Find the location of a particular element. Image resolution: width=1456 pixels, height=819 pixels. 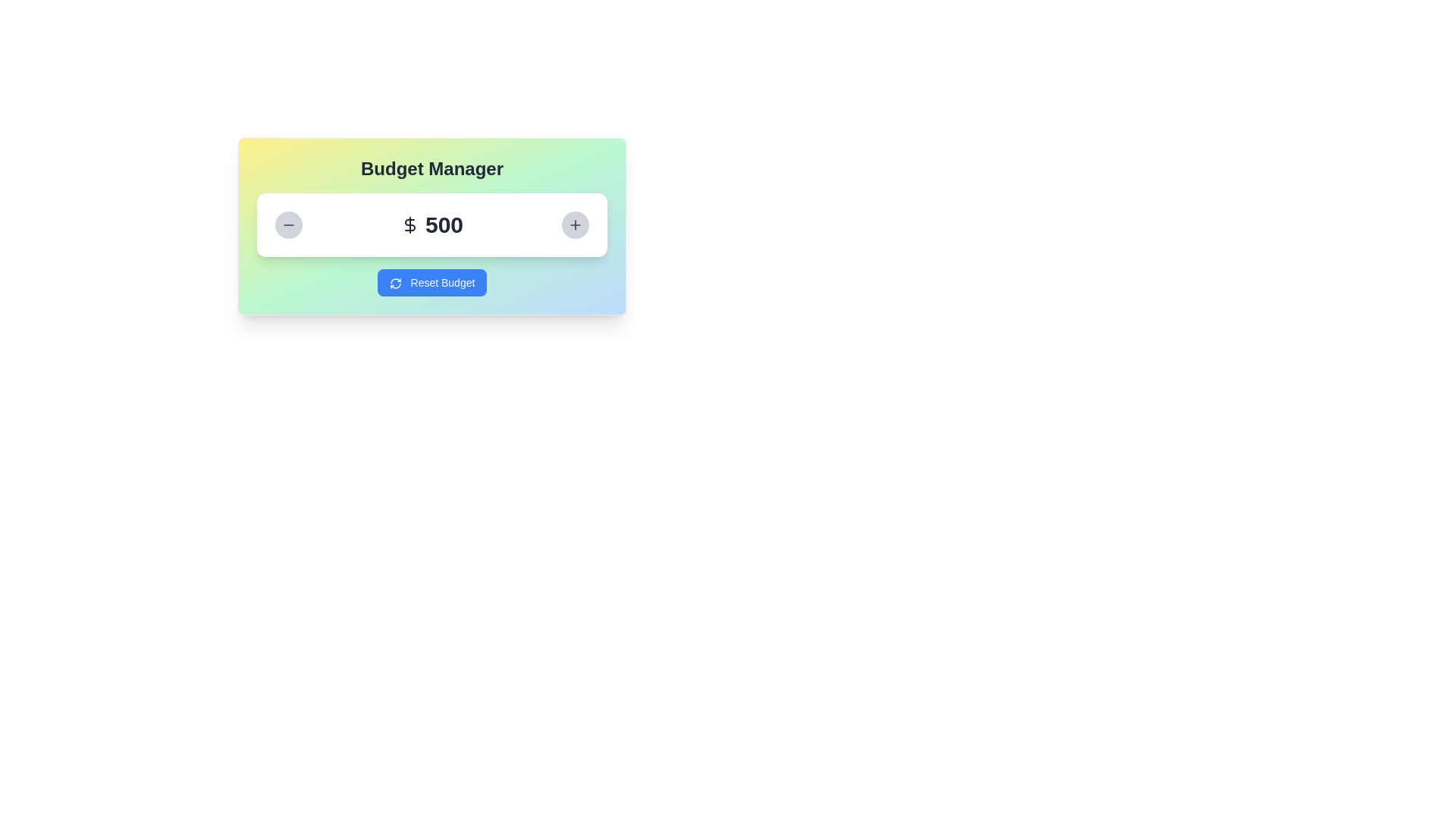

the text header element styled with center alignment and bold font that reads 'Budget Manager' located at the top of the UI card is located at coordinates (431, 169).